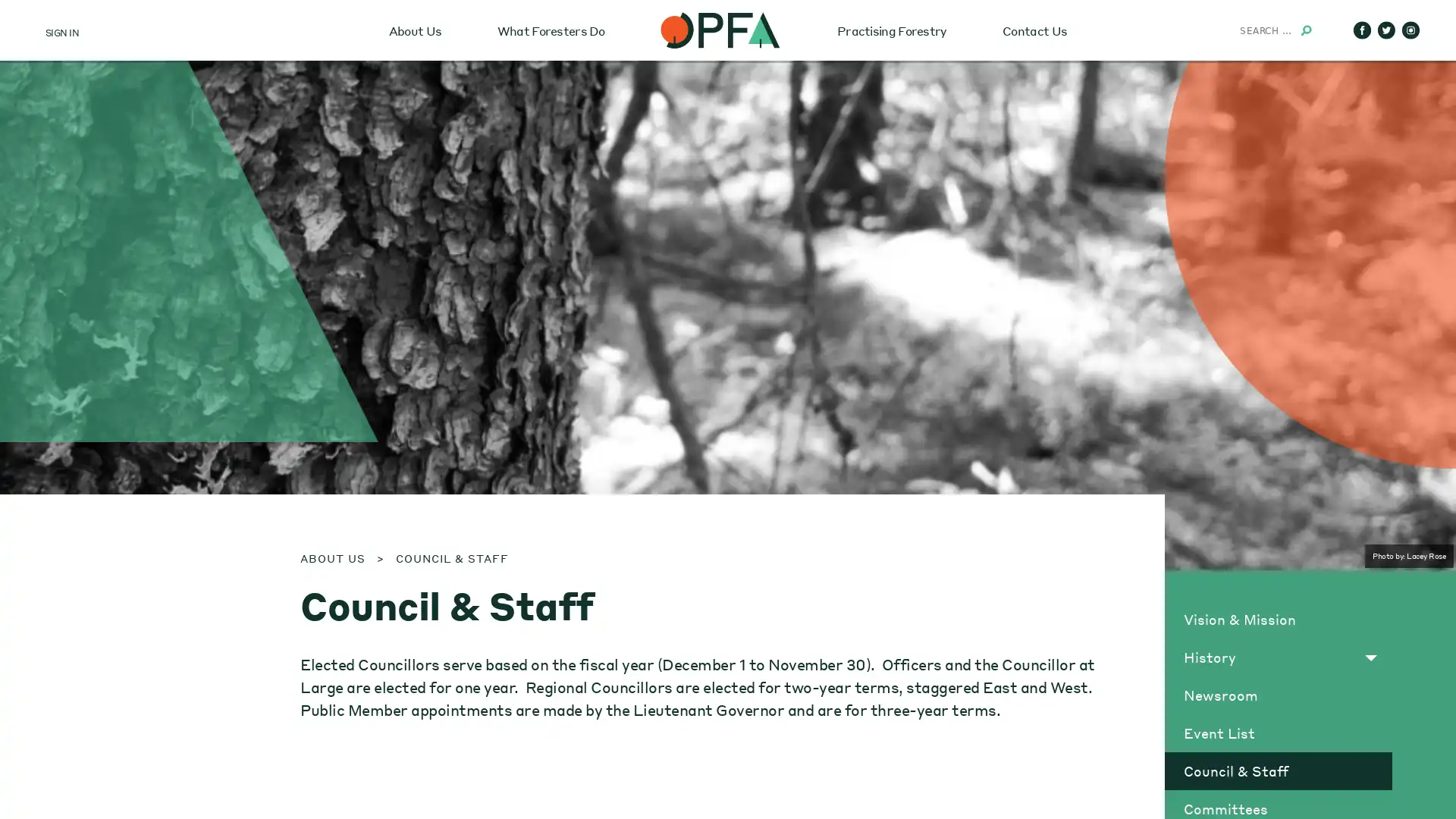  Describe the element at coordinates (1305, 30) in the screenshot. I see `Search` at that location.